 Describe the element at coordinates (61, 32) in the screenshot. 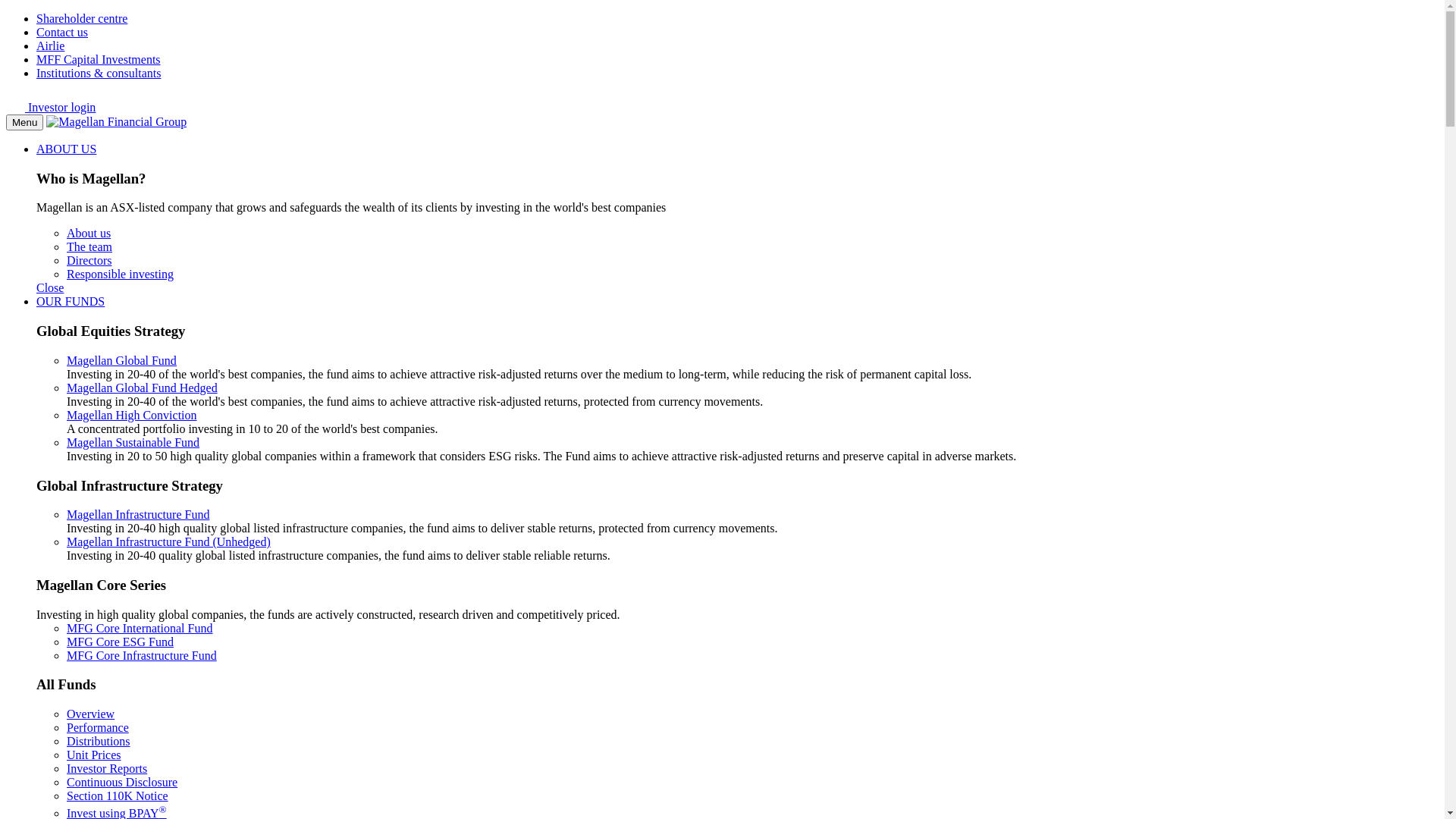

I see `'Contact us'` at that location.